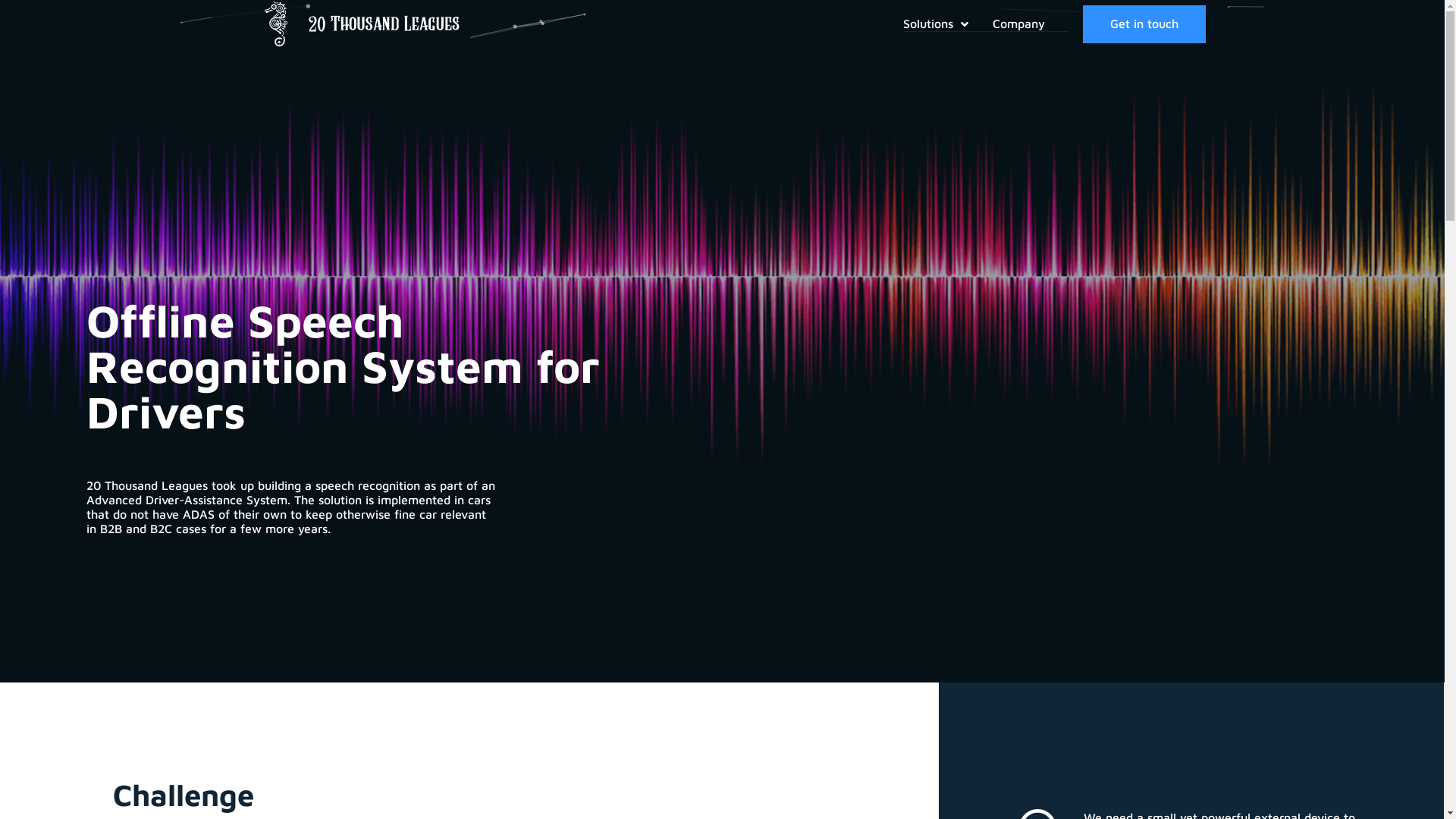 Image resolution: width=1456 pixels, height=819 pixels. What do you see at coordinates (946, 24) in the screenshot?
I see `'Solutions'` at bounding box center [946, 24].